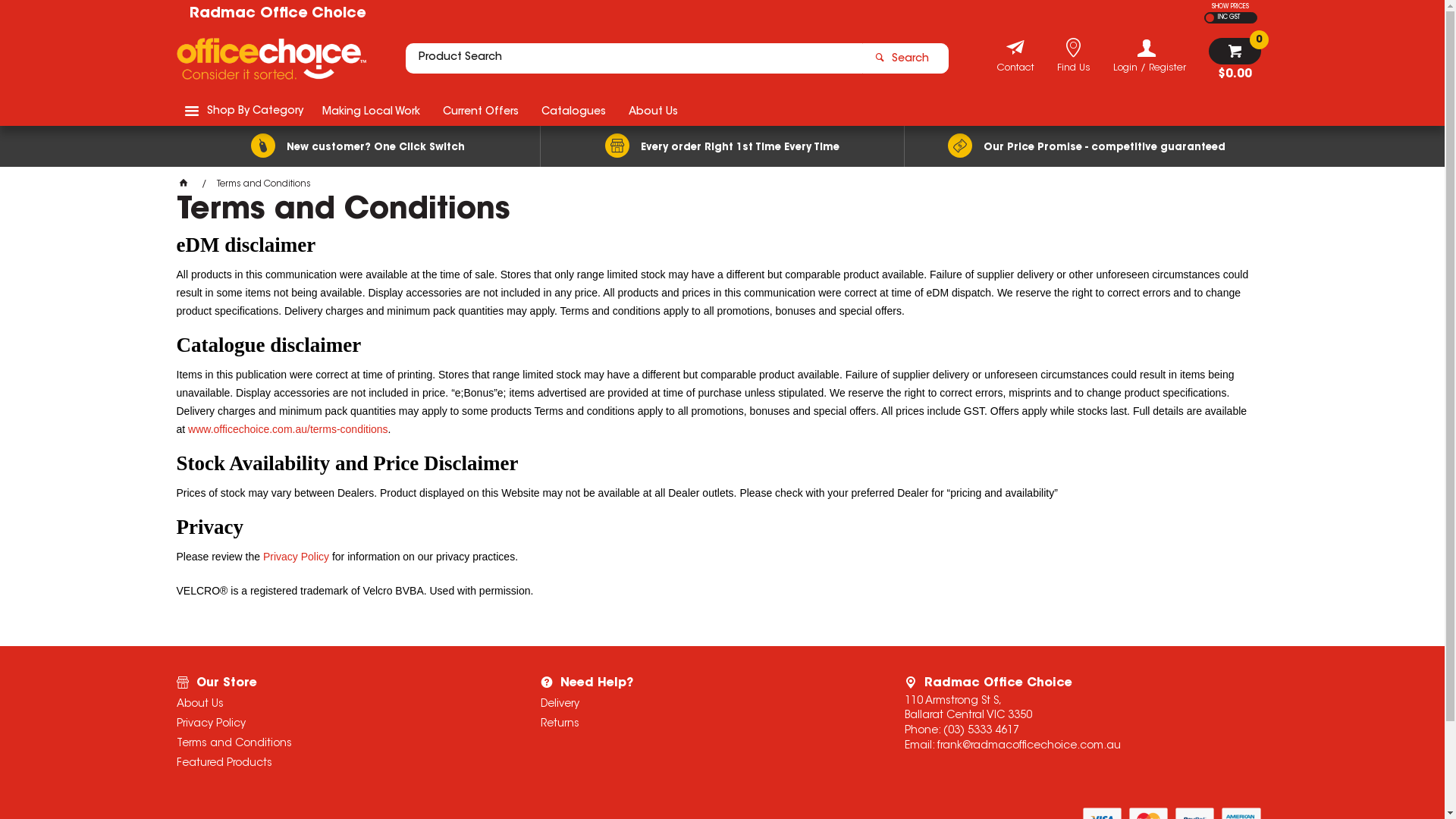 This screenshot has height=819, width=1456. Describe the element at coordinates (1226, 17) in the screenshot. I see `'INC GST'` at that location.